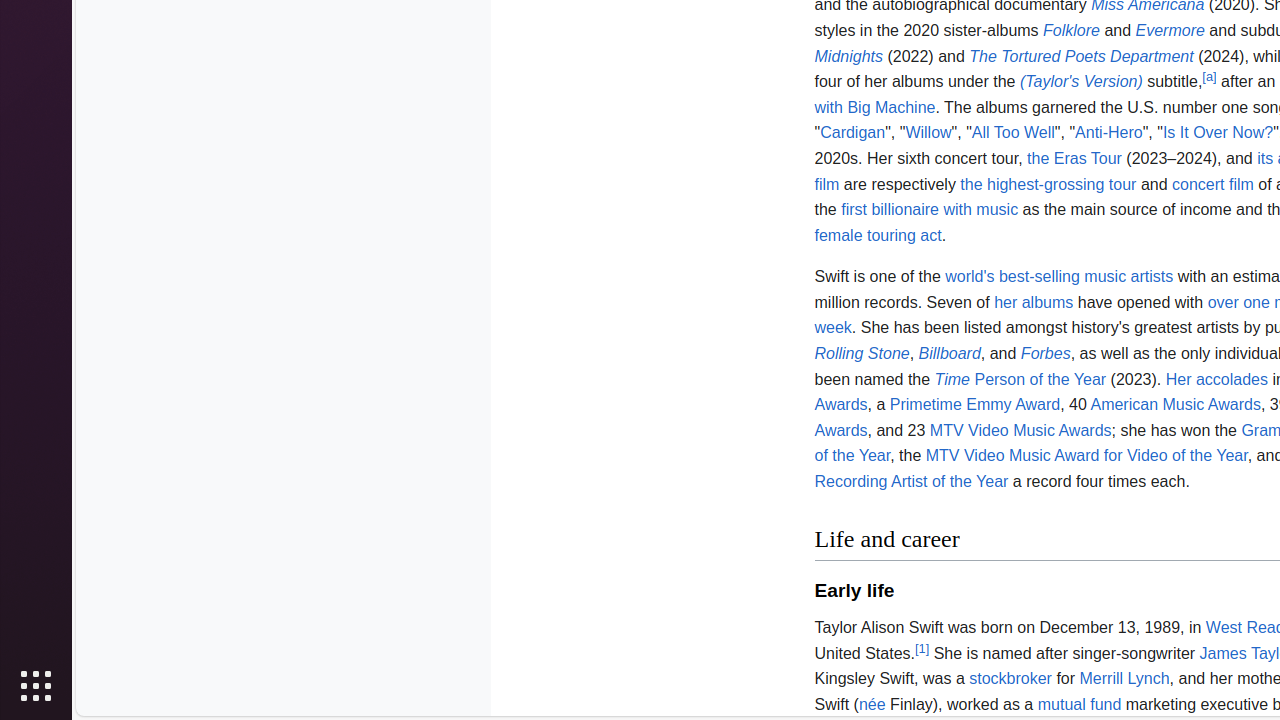  I want to click on 'Rolling Stone', so click(861, 353).